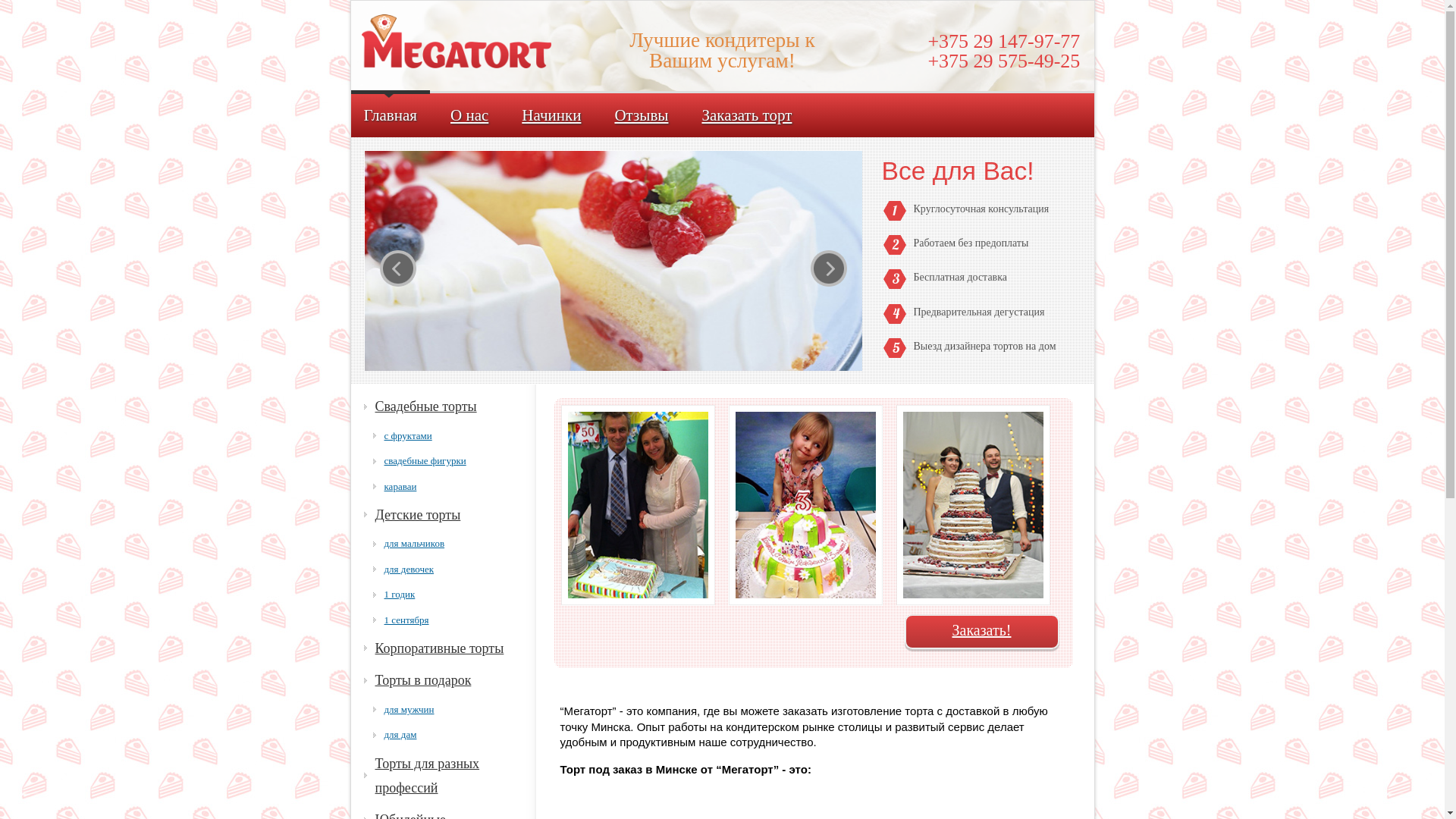 Image resolution: width=1456 pixels, height=819 pixels. Describe the element at coordinates (397, 268) in the screenshot. I see `'prev'` at that location.